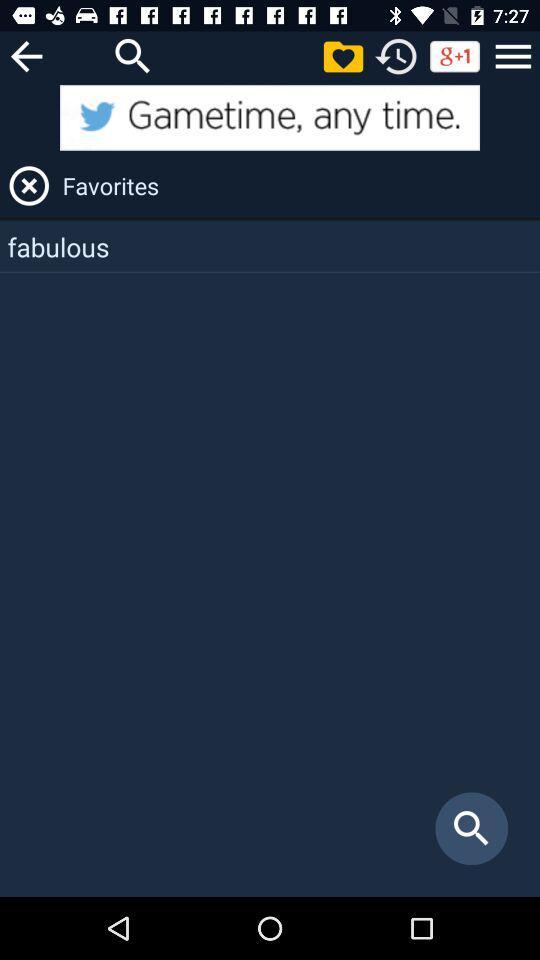 The image size is (540, 960). I want to click on the app above favorites app, so click(513, 55).